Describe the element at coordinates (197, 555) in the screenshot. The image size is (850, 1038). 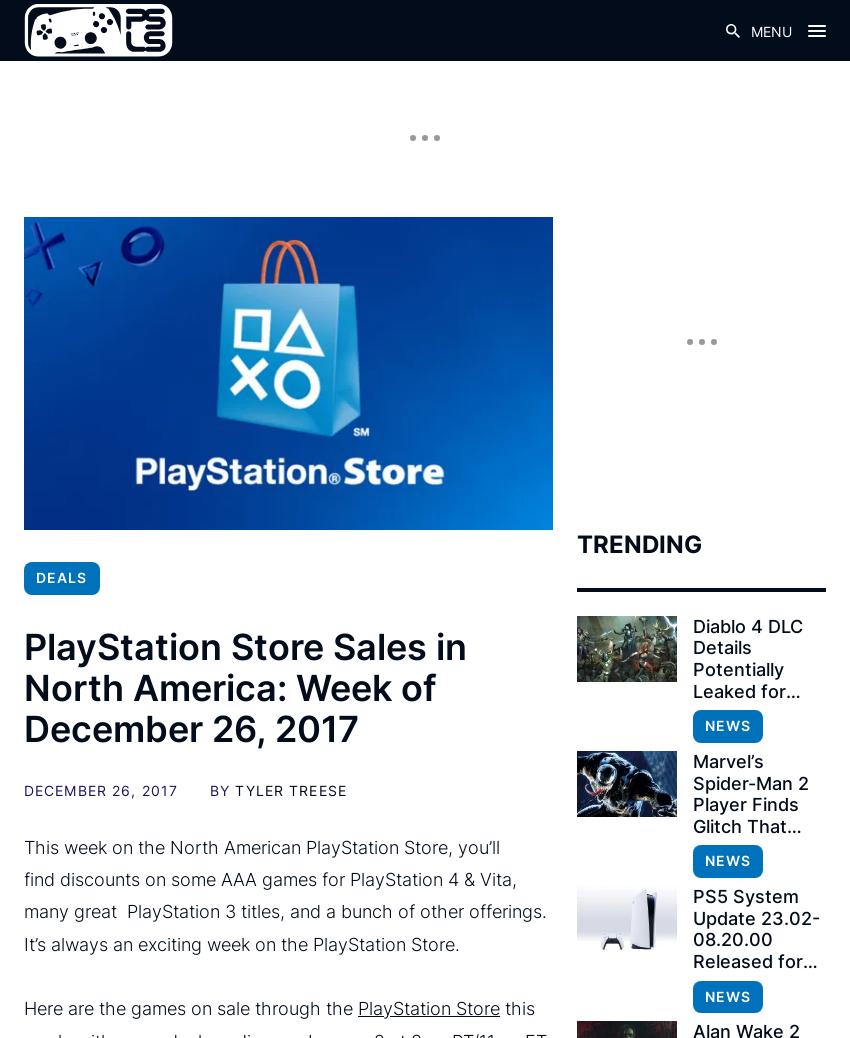
I see `'DYING: Reborn – $1.49'` at that location.